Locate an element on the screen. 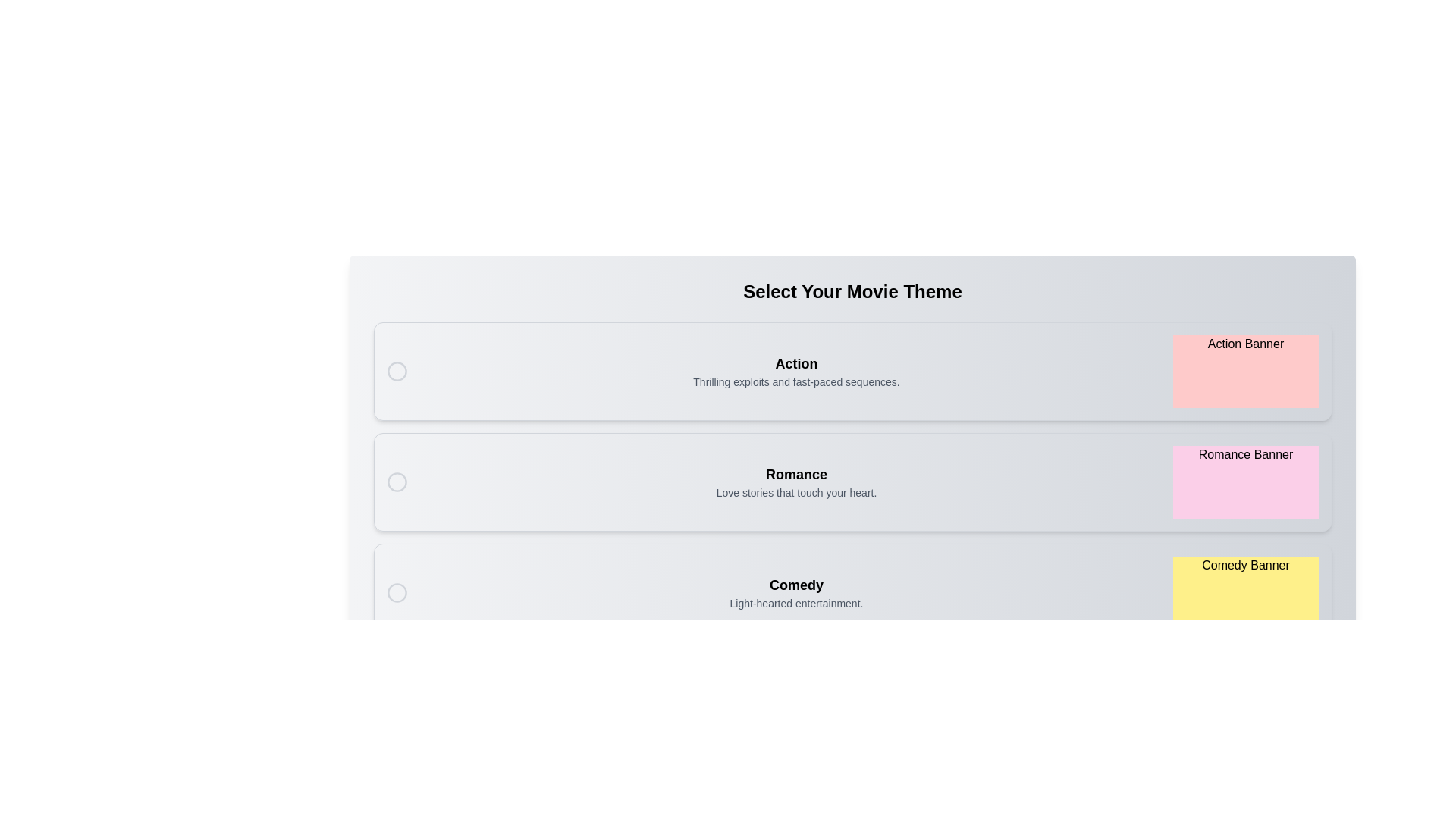 The image size is (1456, 819). the third SVG Circle element that indicates an unselected state, located next to the 'Comedy' banner text is located at coordinates (397, 592).